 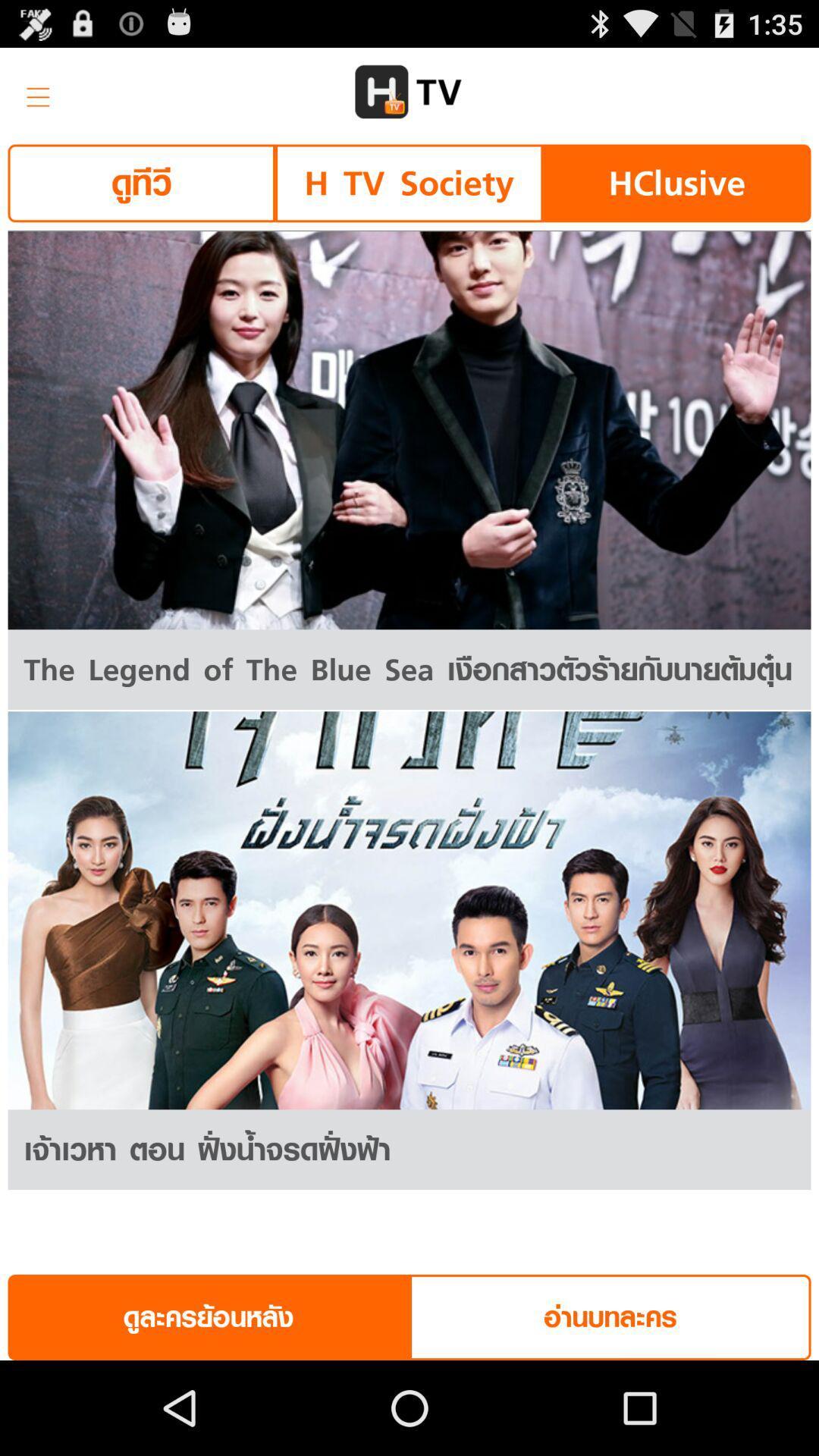 I want to click on the menu icon which is on top left corner, so click(x=33, y=91).